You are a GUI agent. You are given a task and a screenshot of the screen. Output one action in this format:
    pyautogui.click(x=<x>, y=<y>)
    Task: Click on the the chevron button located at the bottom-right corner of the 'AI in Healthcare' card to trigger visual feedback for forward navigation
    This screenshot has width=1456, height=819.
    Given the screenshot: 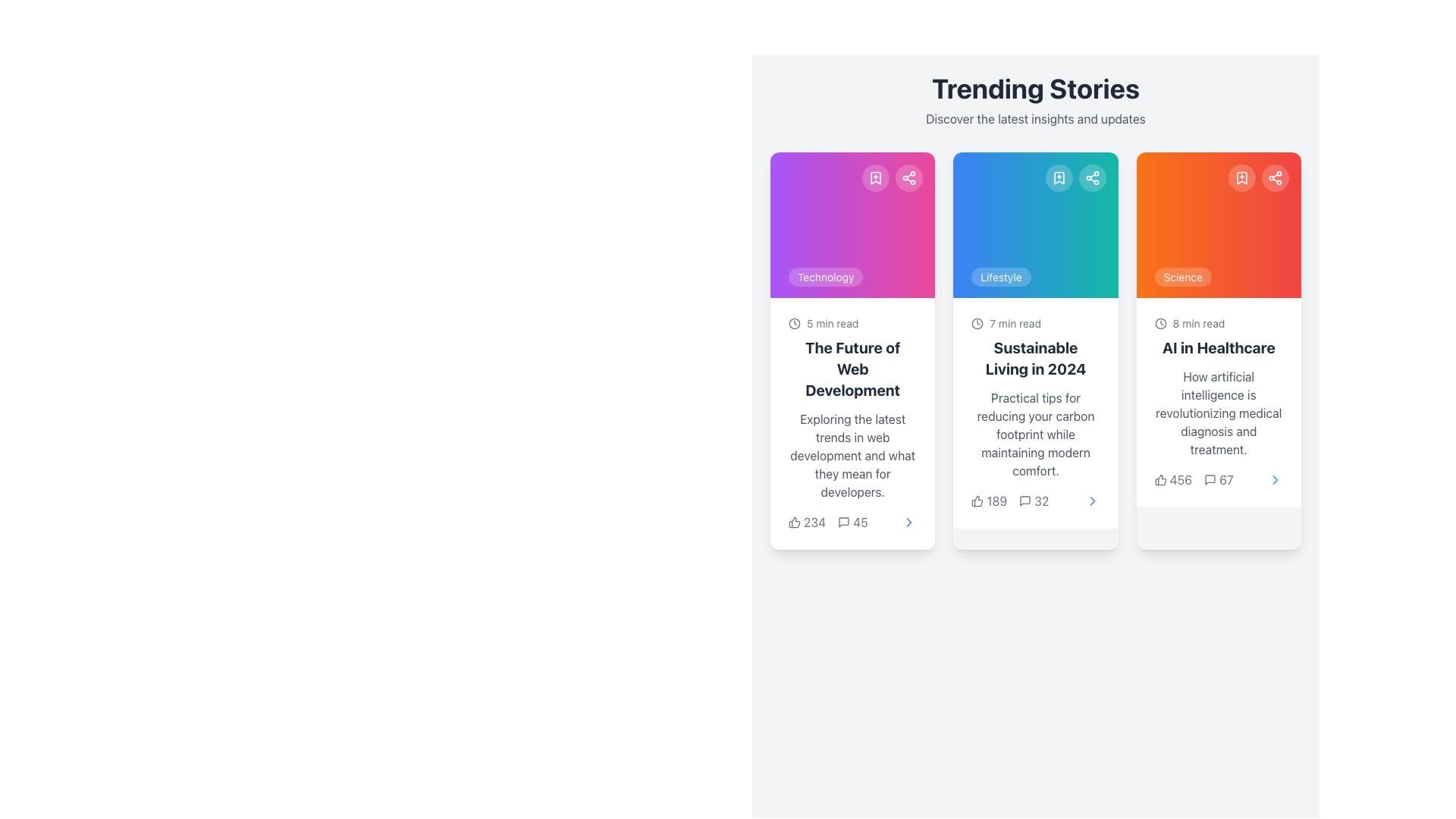 What is the action you would take?
    pyautogui.click(x=1274, y=479)
    